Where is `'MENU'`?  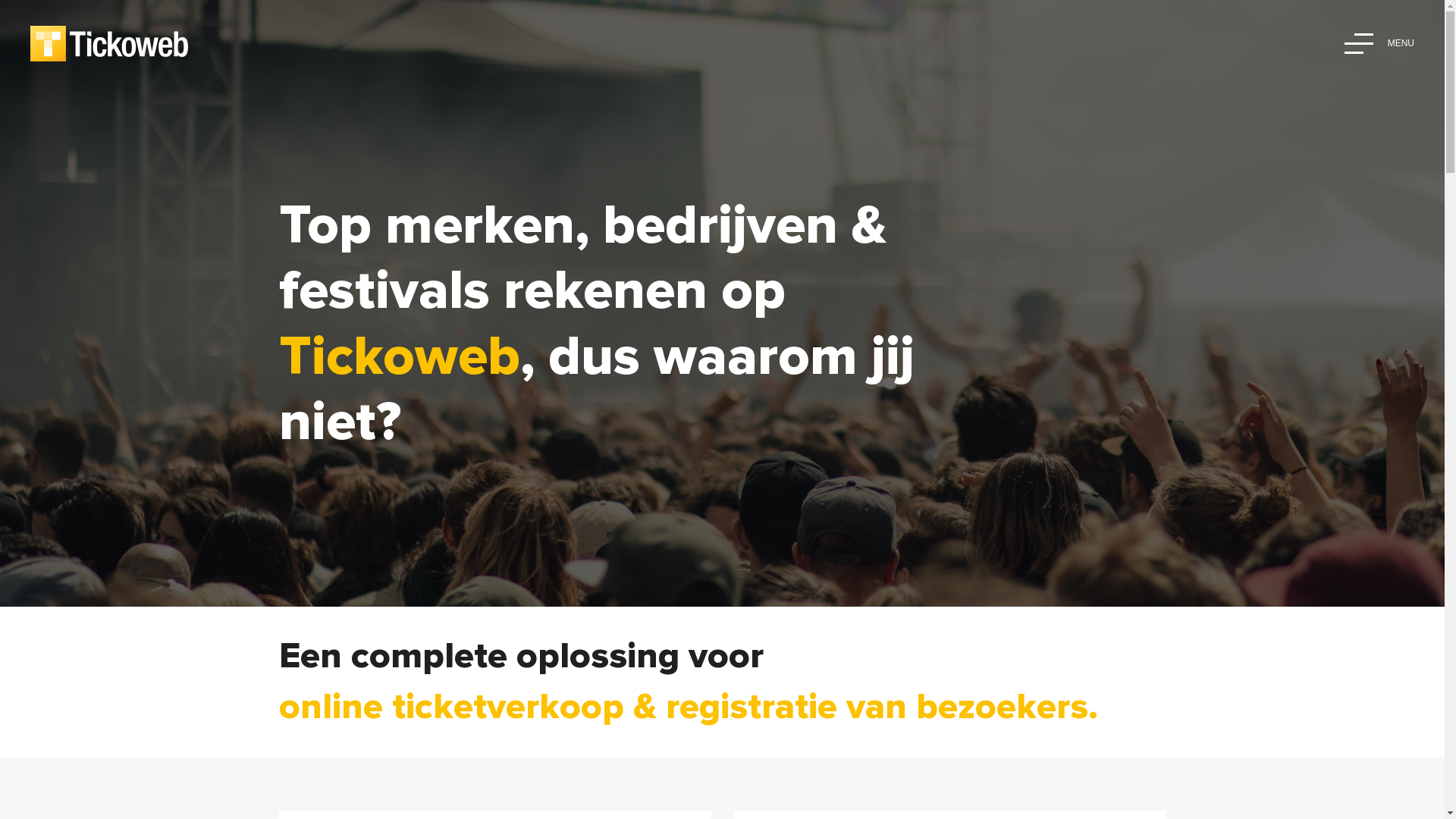 'MENU' is located at coordinates (1379, 42).